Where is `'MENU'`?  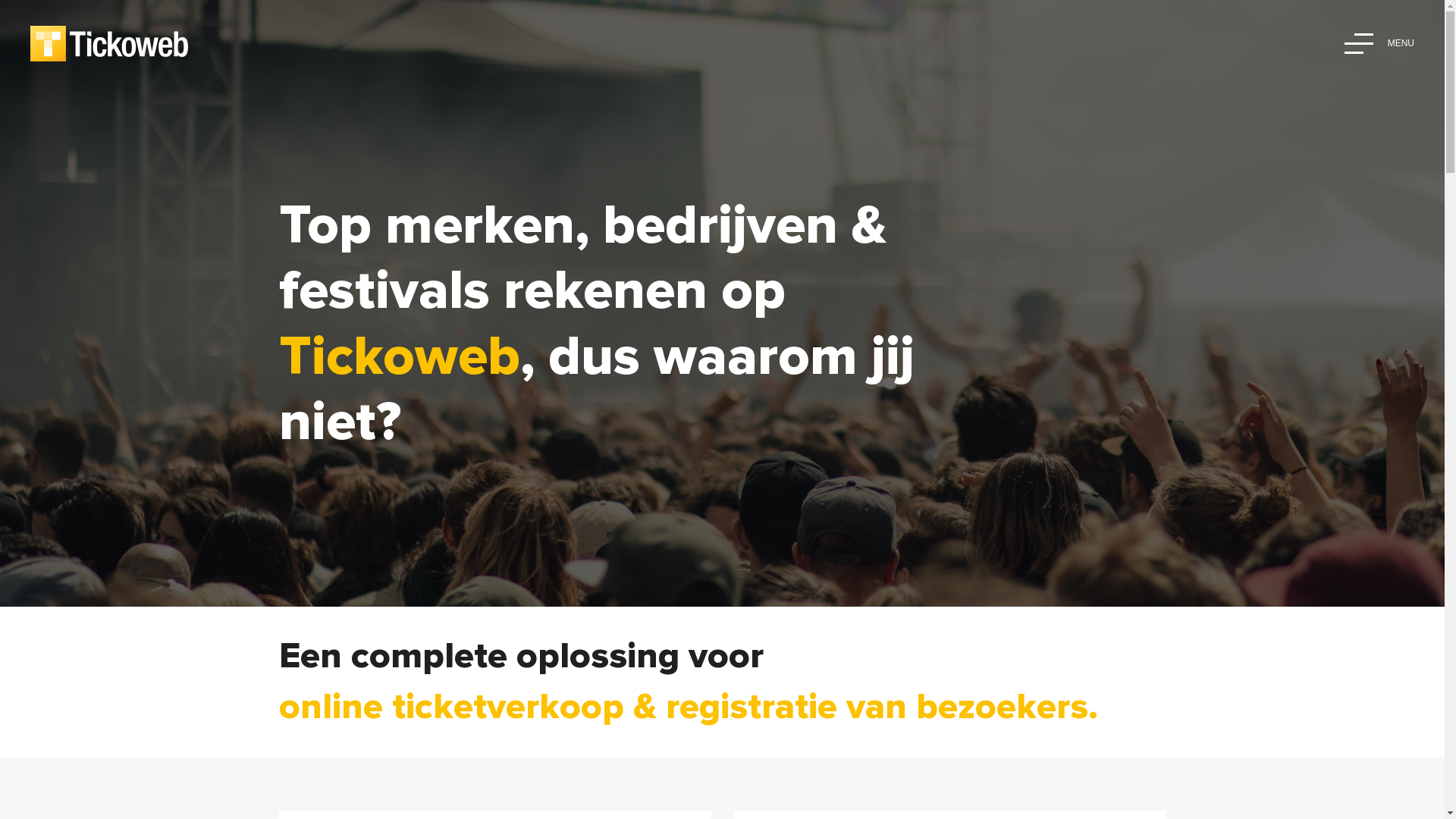 'MENU' is located at coordinates (1379, 42).